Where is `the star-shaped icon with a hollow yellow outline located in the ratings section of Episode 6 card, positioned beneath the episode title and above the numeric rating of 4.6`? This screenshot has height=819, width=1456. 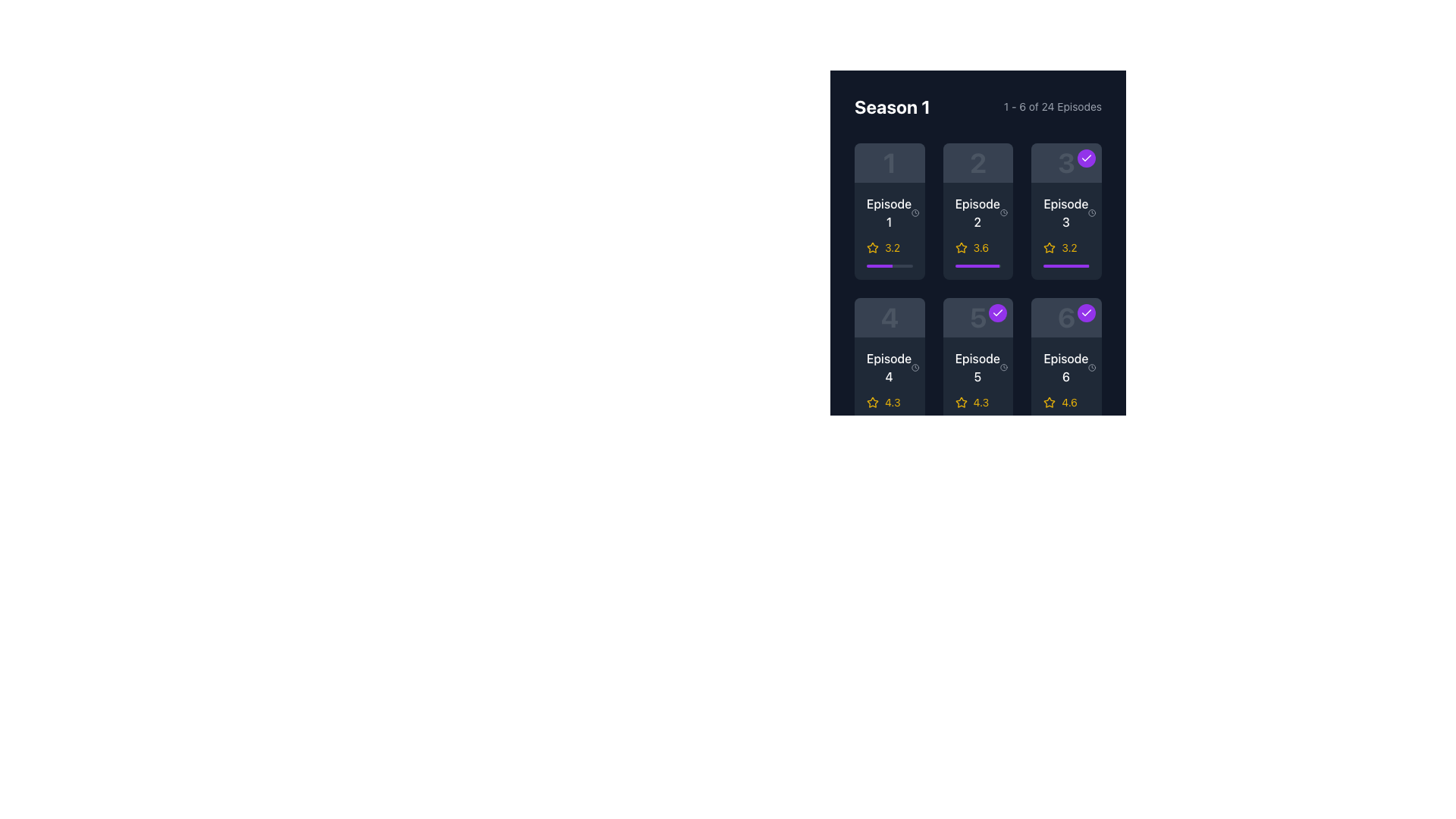 the star-shaped icon with a hollow yellow outline located in the ratings section of Episode 6 card, positioned beneath the episode title and above the numeric rating of 4.6 is located at coordinates (1049, 401).